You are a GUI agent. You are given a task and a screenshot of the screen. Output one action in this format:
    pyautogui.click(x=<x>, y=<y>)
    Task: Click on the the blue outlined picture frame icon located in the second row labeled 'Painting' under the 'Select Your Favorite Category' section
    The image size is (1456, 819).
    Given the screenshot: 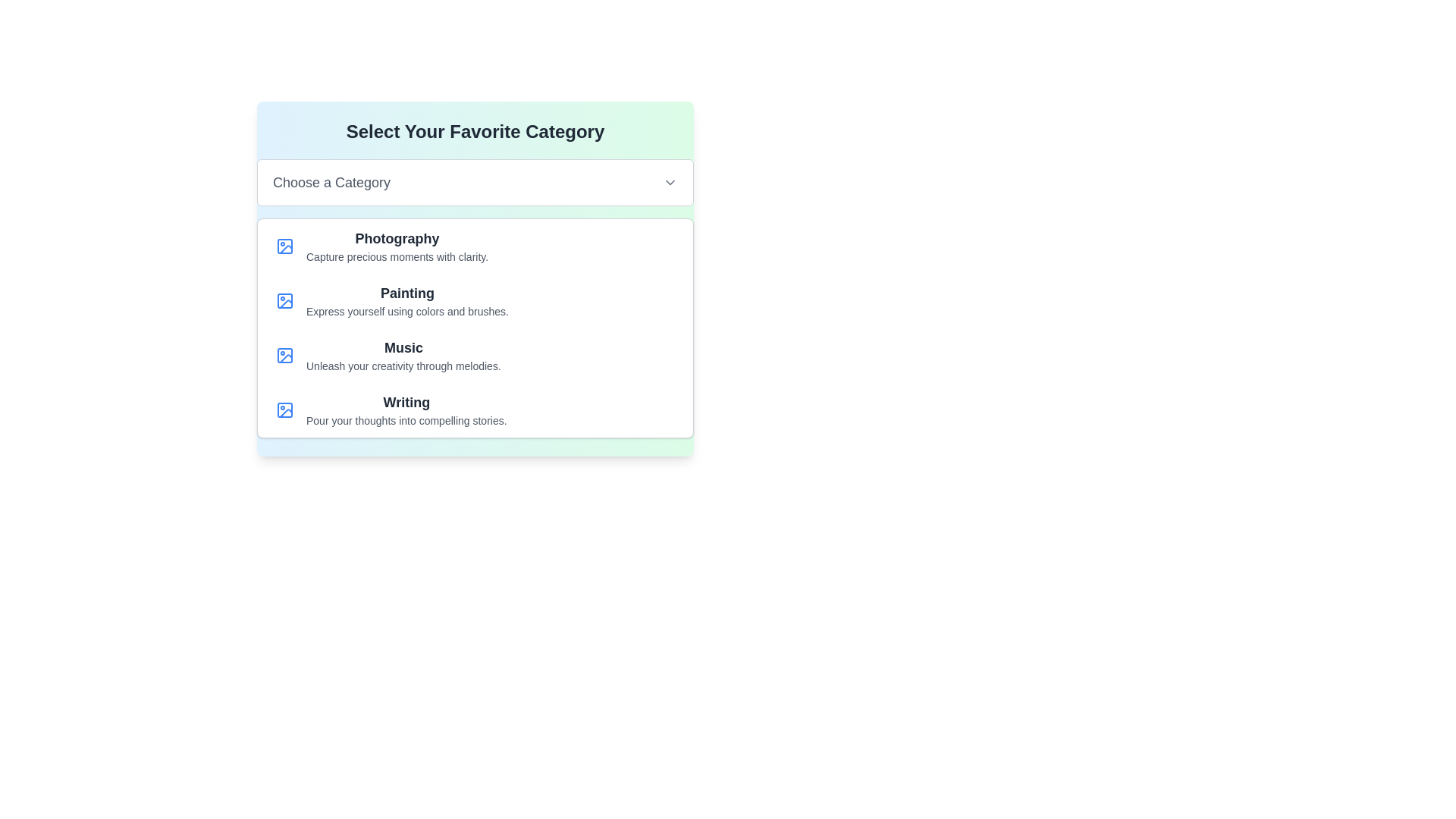 What is the action you would take?
    pyautogui.click(x=284, y=301)
    